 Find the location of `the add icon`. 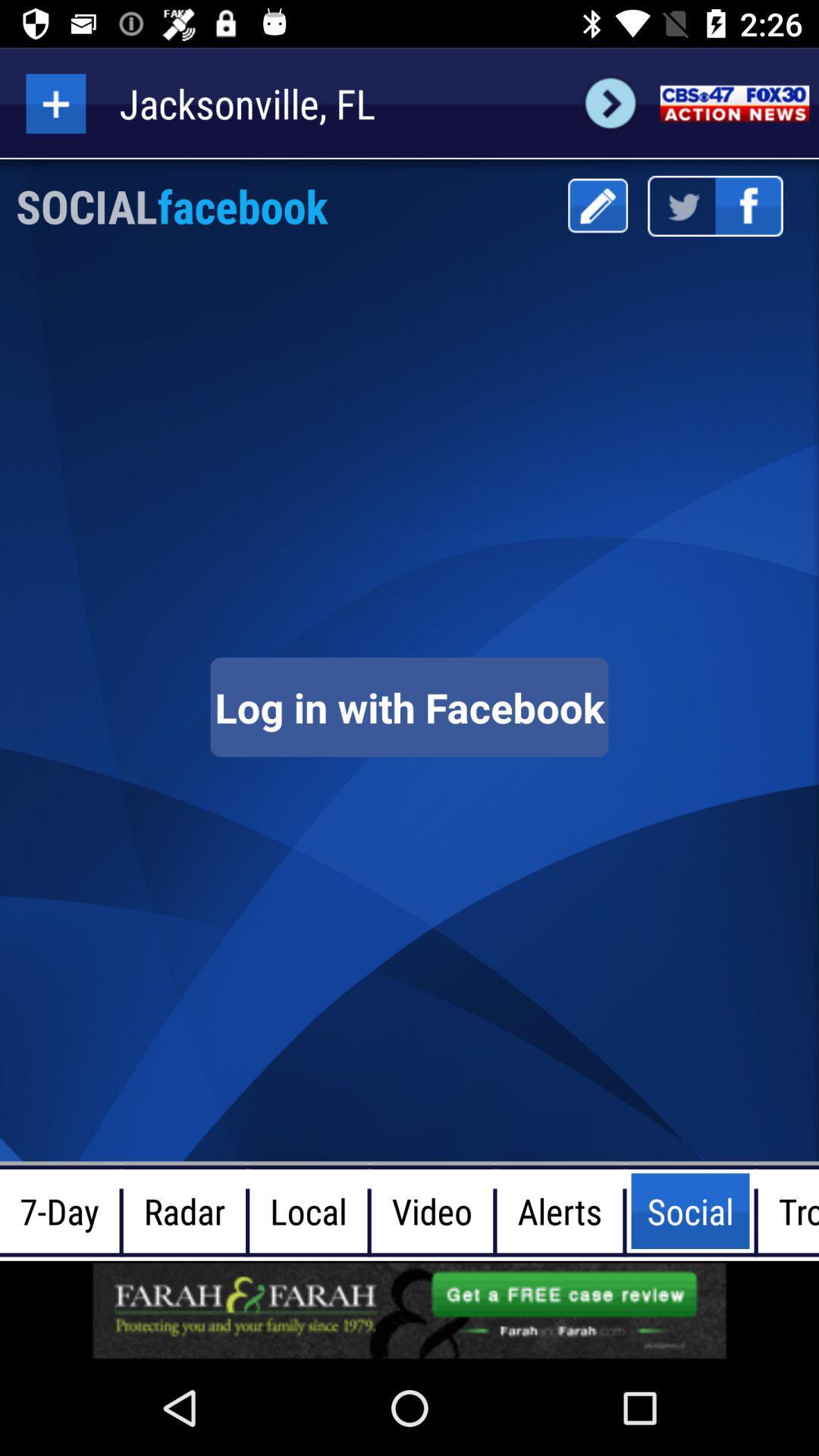

the add icon is located at coordinates (55, 102).